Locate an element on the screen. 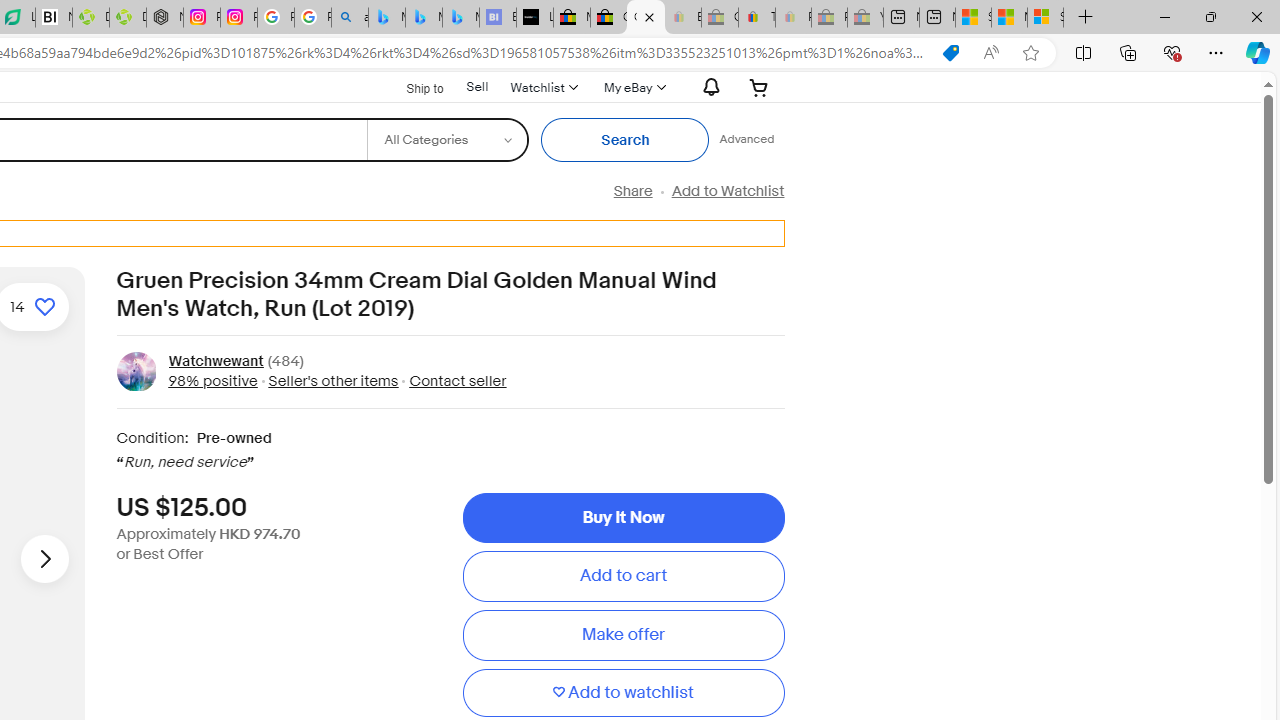  'Notifications' is located at coordinates (706, 86).